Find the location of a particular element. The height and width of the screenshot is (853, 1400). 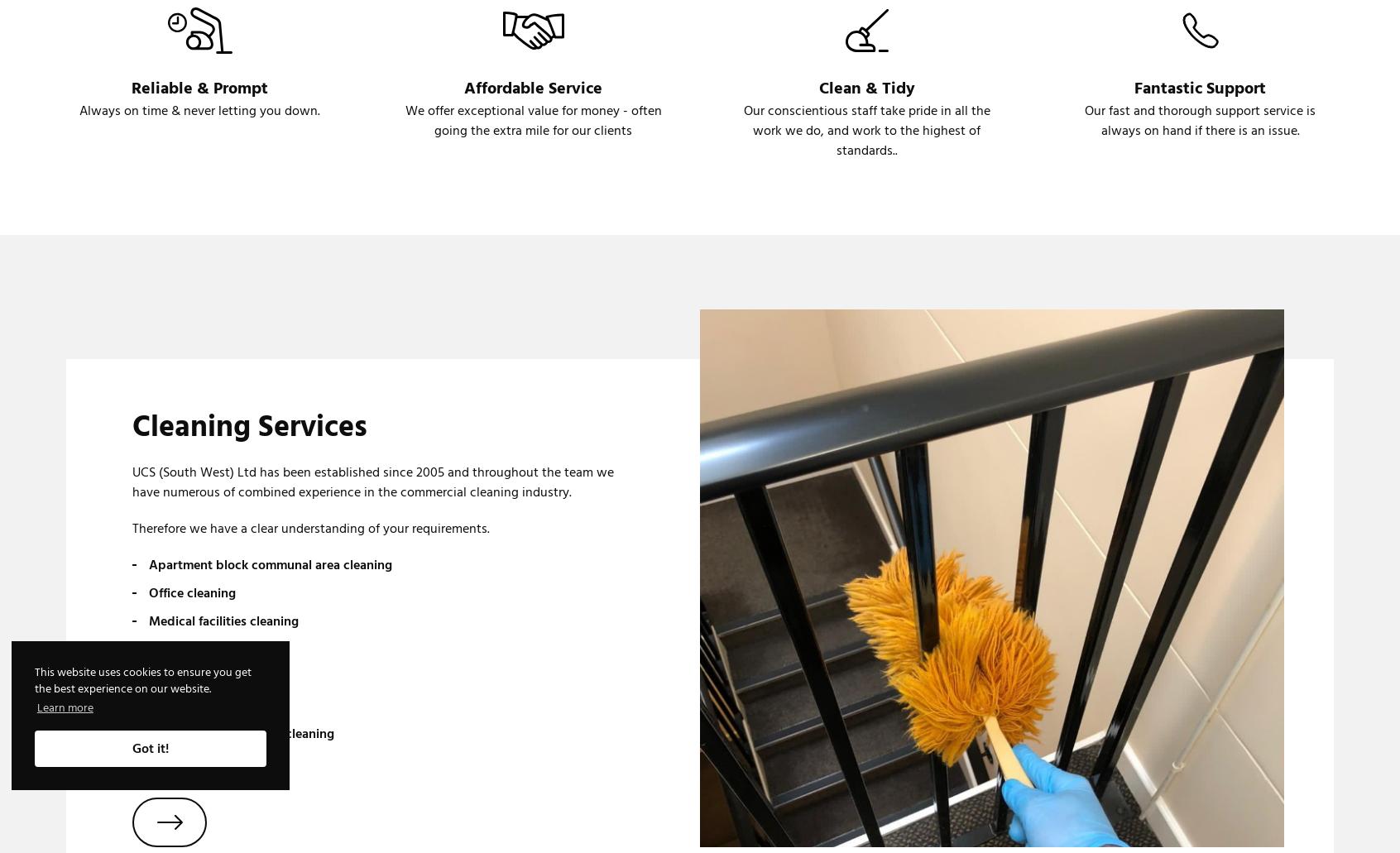

'Clean & Tidy' is located at coordinates (817, 88).